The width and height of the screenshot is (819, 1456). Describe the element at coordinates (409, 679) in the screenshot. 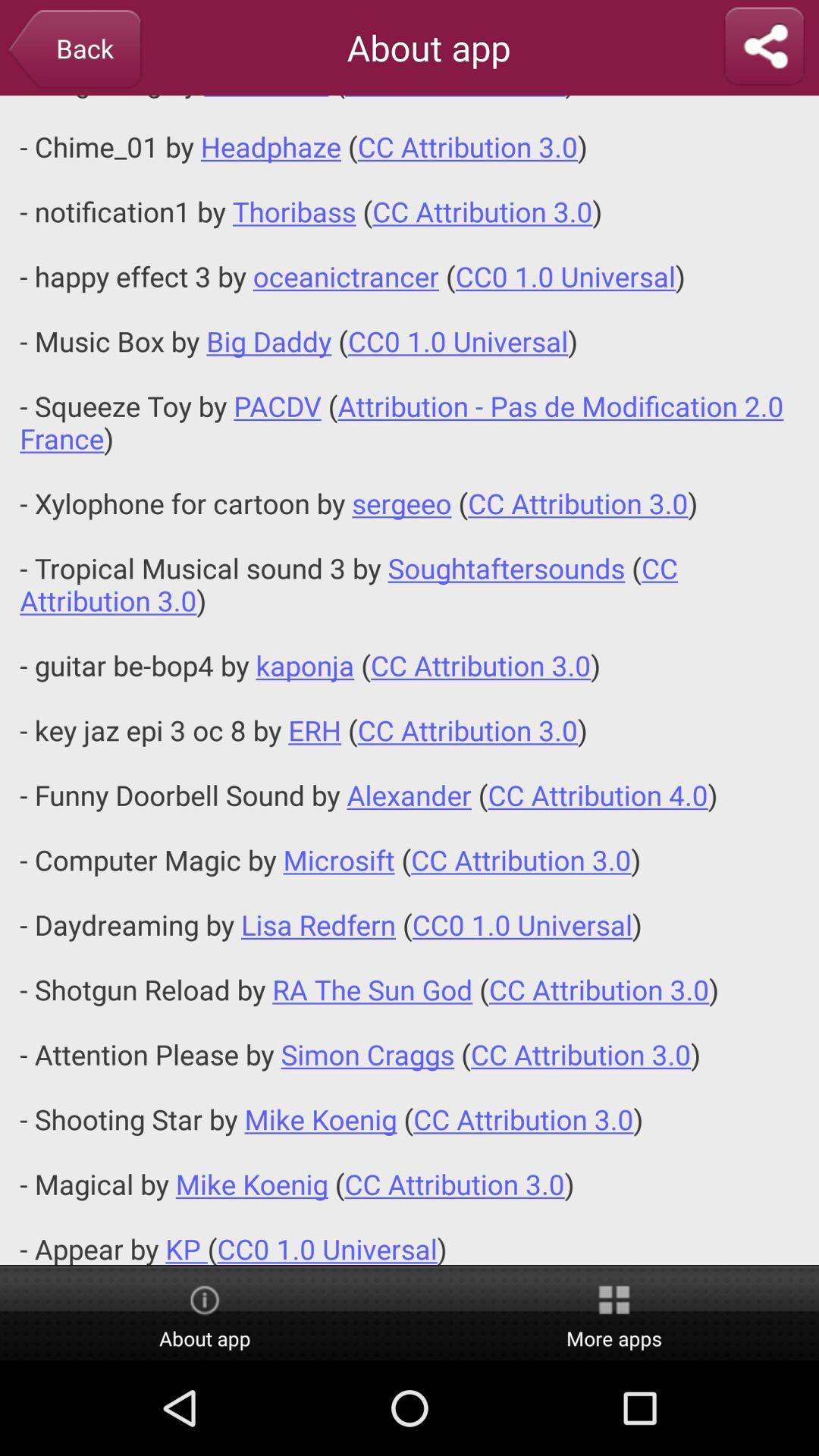

I see `icon at the center` at that location.